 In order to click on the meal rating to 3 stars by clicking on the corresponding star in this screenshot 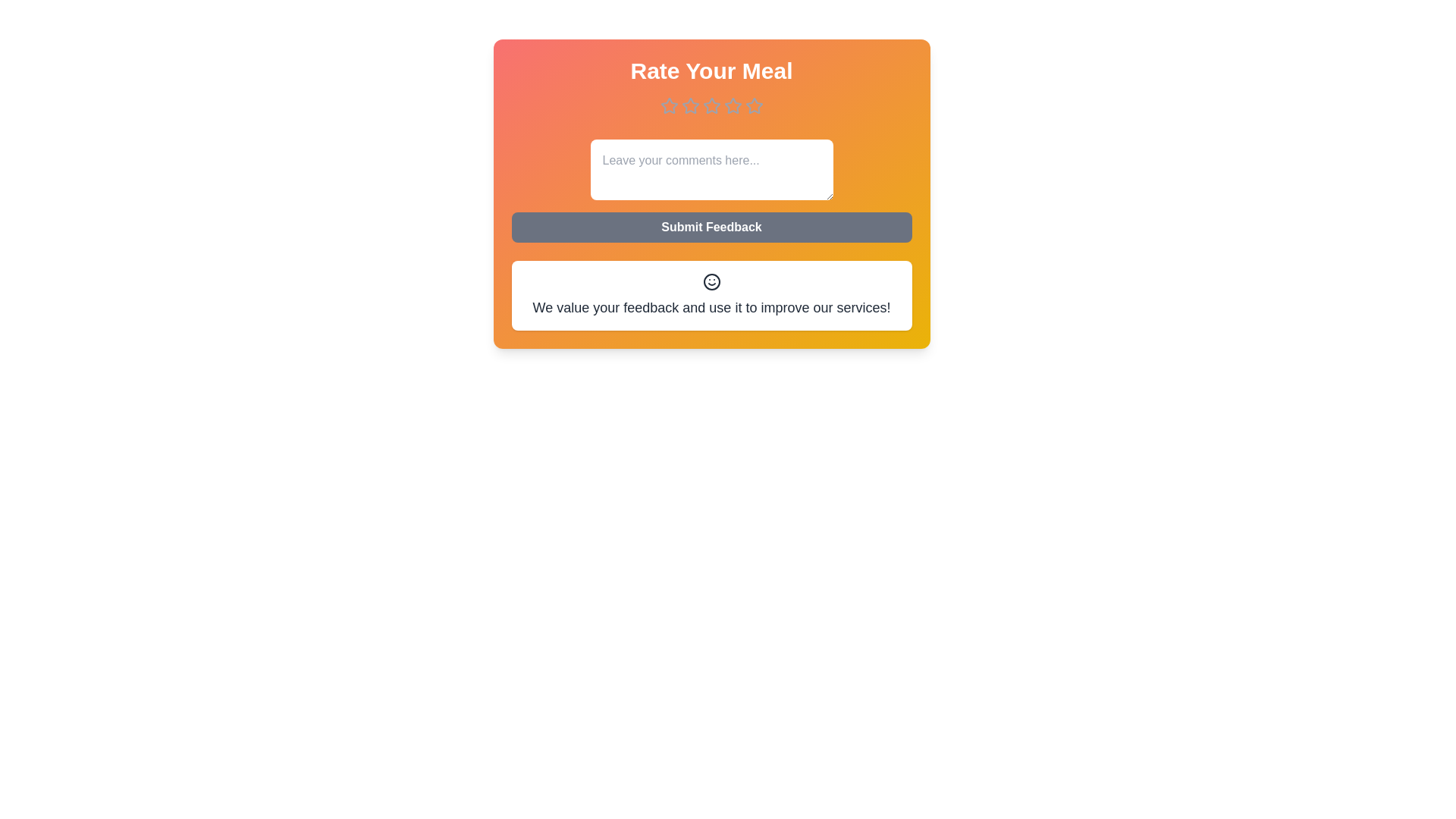, I will do `click(711, 105)`.